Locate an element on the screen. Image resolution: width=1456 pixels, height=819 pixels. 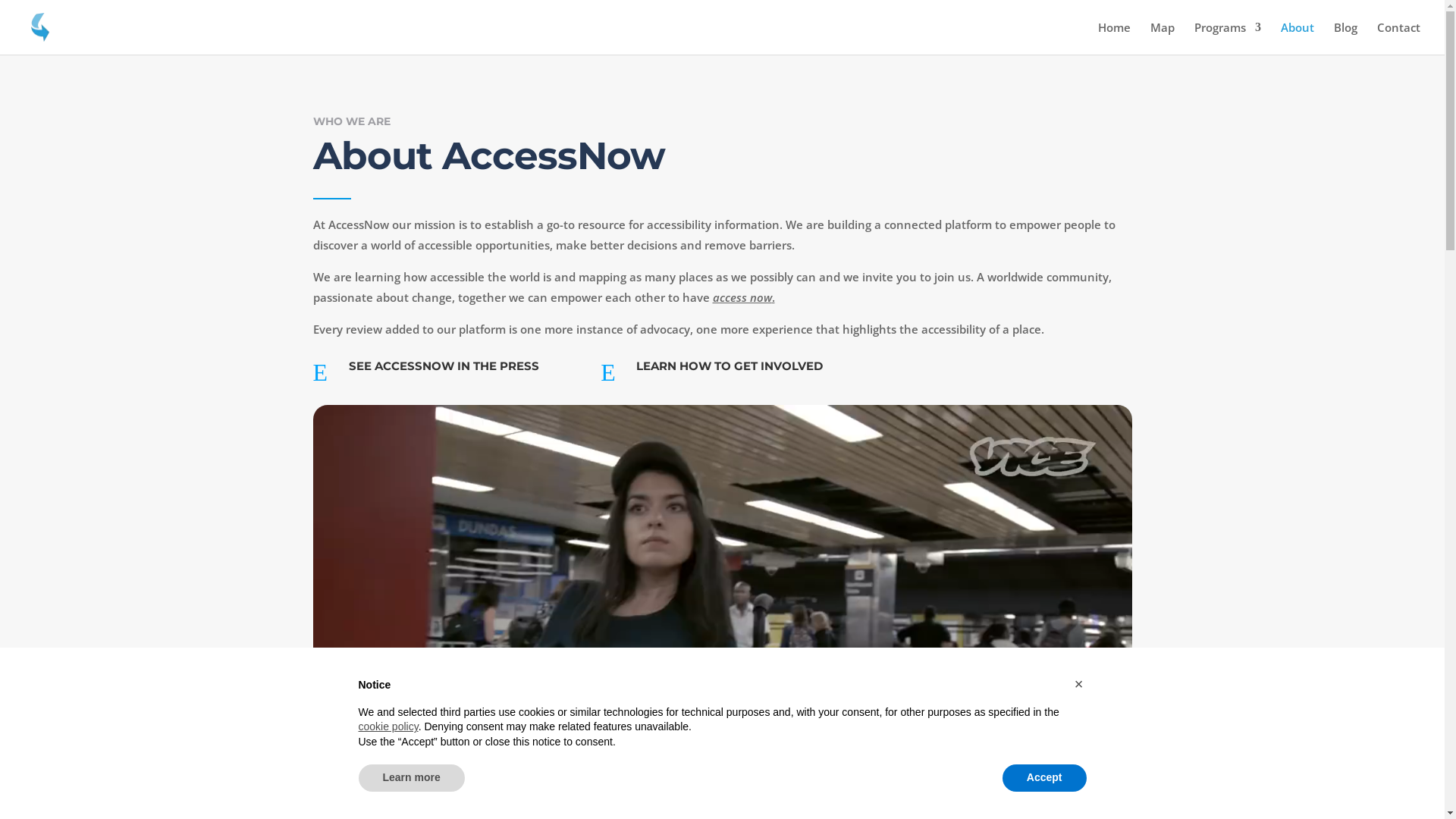
'Programs' is located at coordinates (1193, 37).